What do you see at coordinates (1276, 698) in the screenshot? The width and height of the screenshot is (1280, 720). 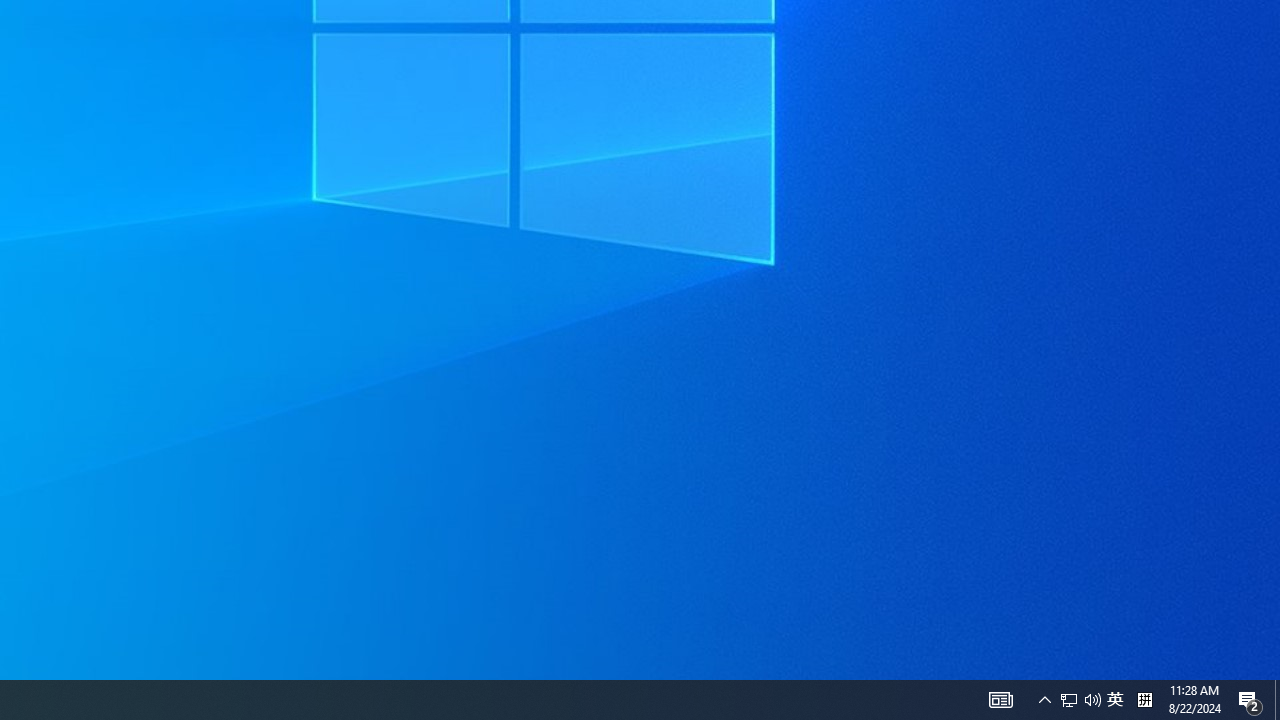 I see `'Show desktop'` at bounding box center [1276, 698].